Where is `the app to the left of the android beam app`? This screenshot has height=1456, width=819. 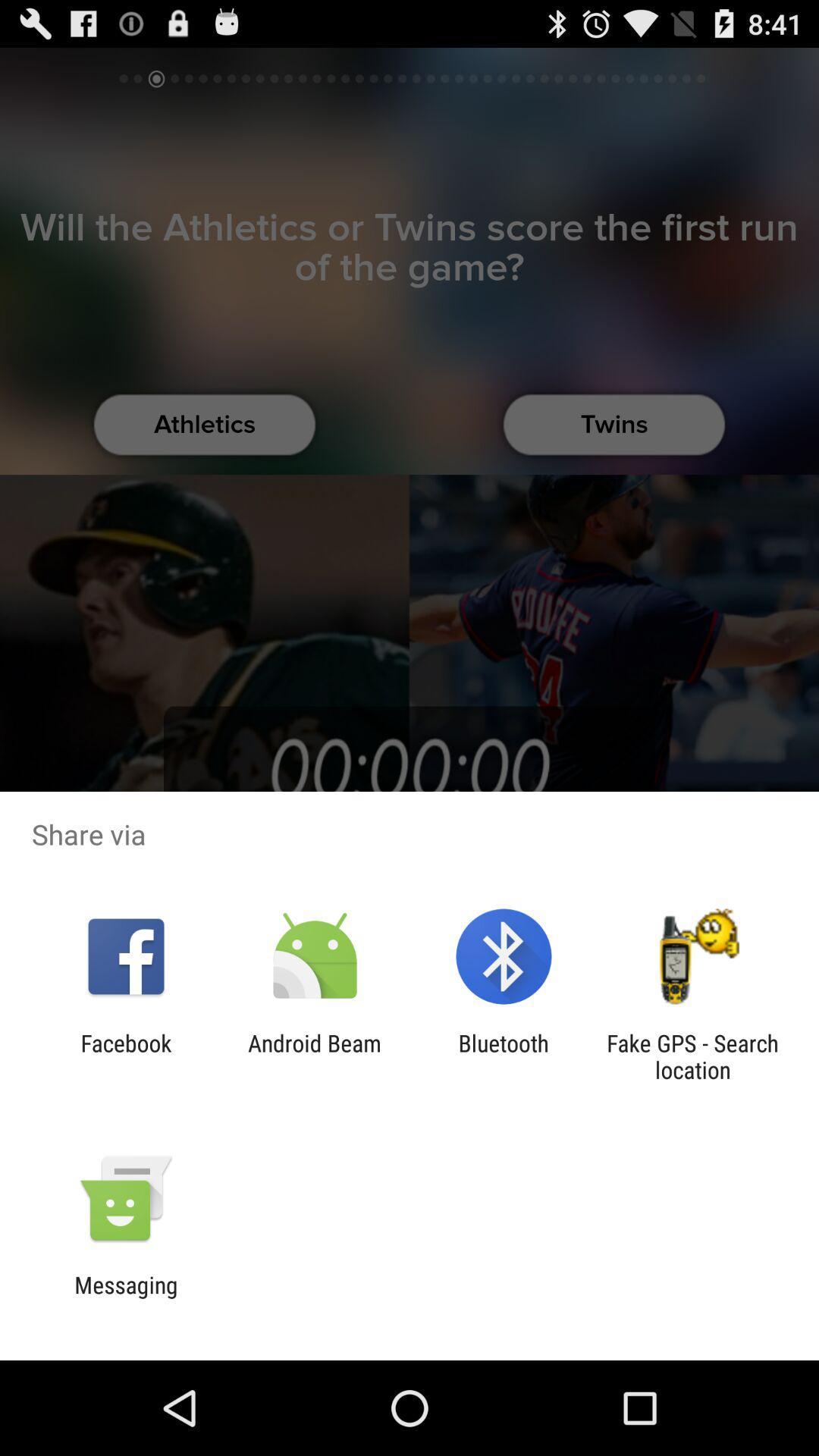
the app to the left of the android beam app is located at coordinates (125, 1056).